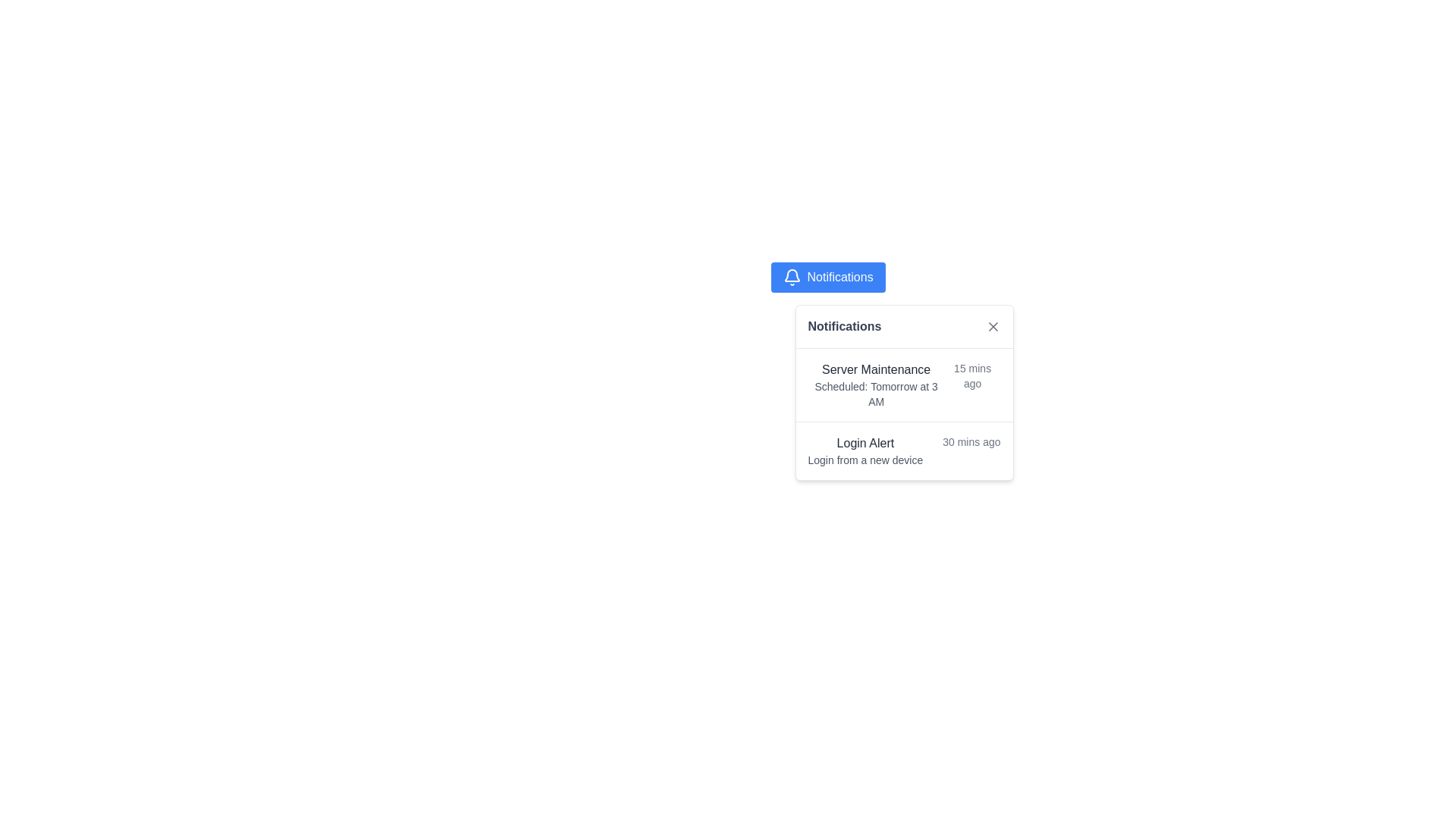 Image resolution: width=1456 pixels, height=819 pixels. I want to click on the first notification entry titled 'Server Maintenance', so click(904, 384).